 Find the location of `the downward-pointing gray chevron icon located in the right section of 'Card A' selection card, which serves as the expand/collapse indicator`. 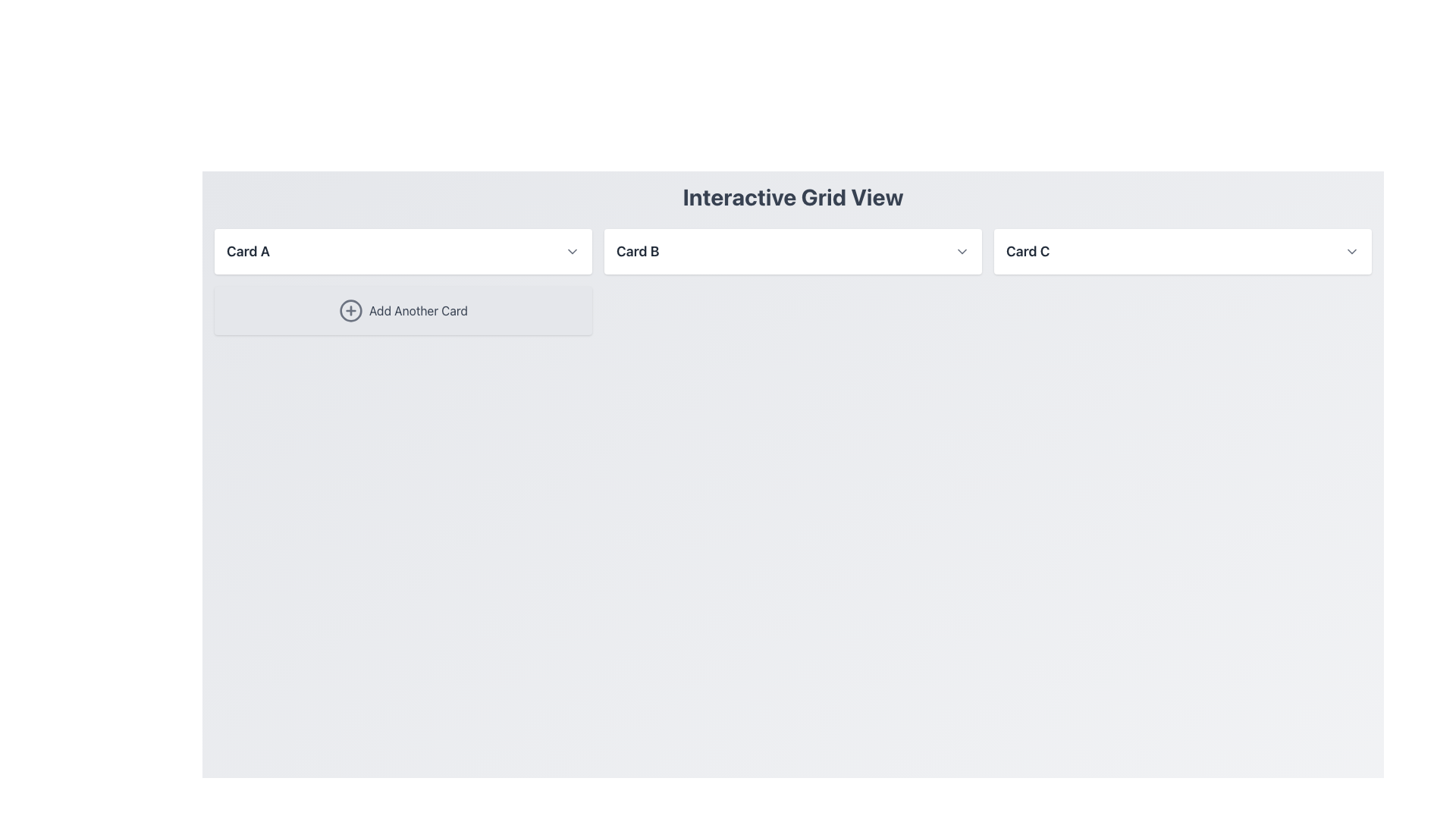

the downward-pointing gray chevron icon located in the right section of 'Card A' selection card, which serves as the expand/collapse indicator is located at coordinates (571, 250).